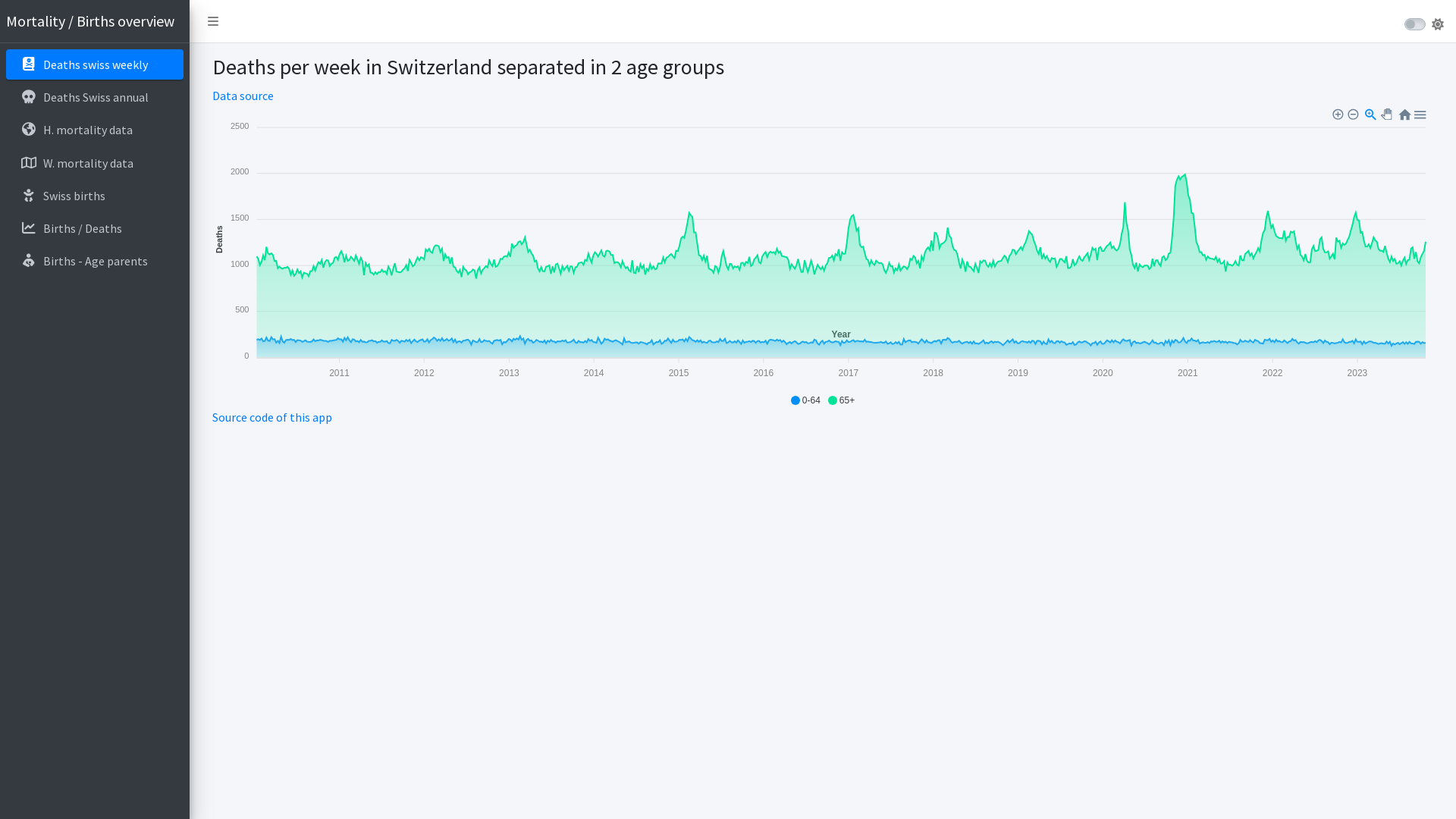 The width and height of the screenshot is (1456, 819). I want to click on 'Zoom Out', so click(1354, 113).